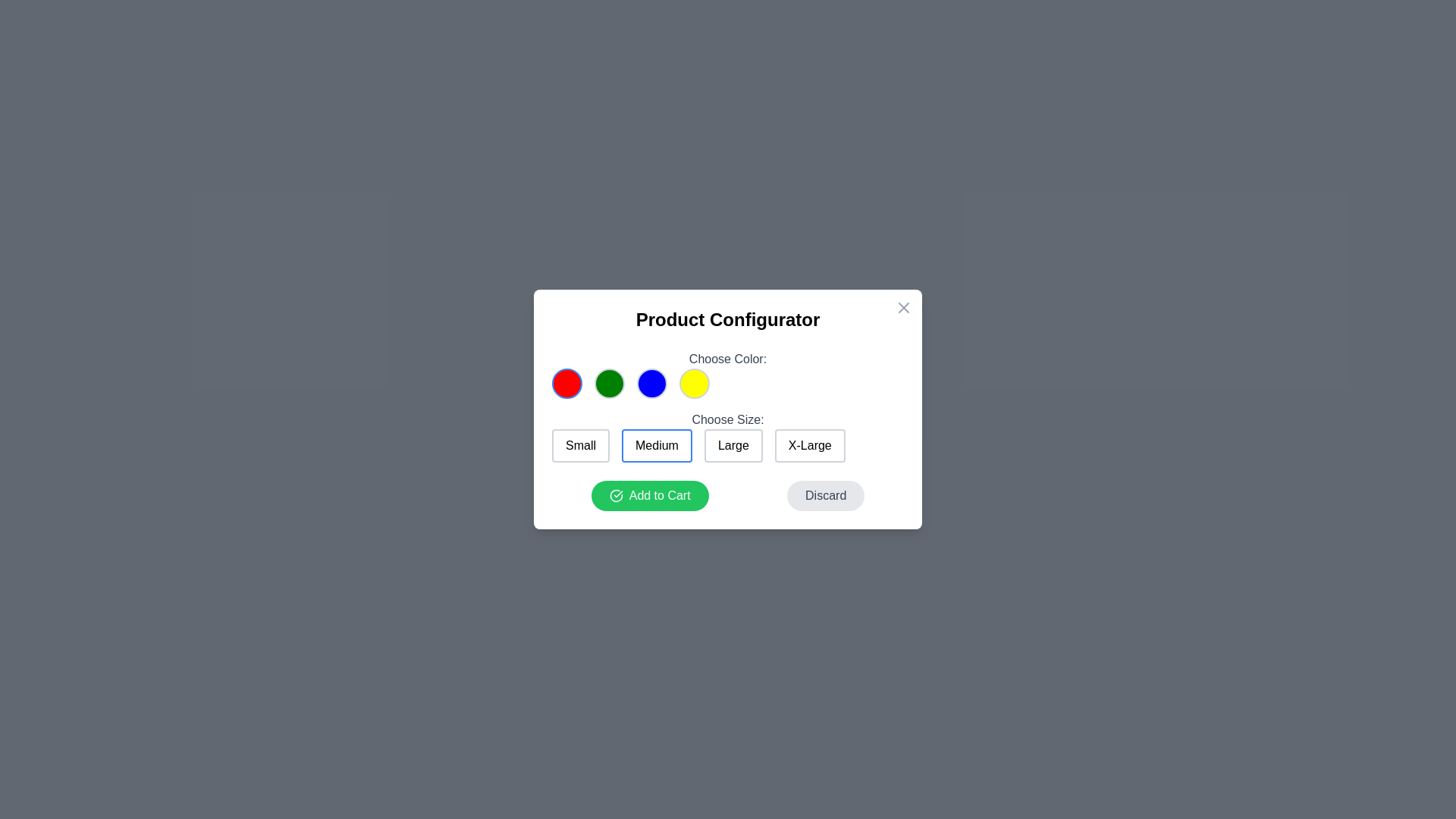 The image size is (1456, 819). I want to click on the 'X-Large' button, which is a rectangular button with a light gray background and dark borders, located in the size selection area of the modal, so click(809, 444).